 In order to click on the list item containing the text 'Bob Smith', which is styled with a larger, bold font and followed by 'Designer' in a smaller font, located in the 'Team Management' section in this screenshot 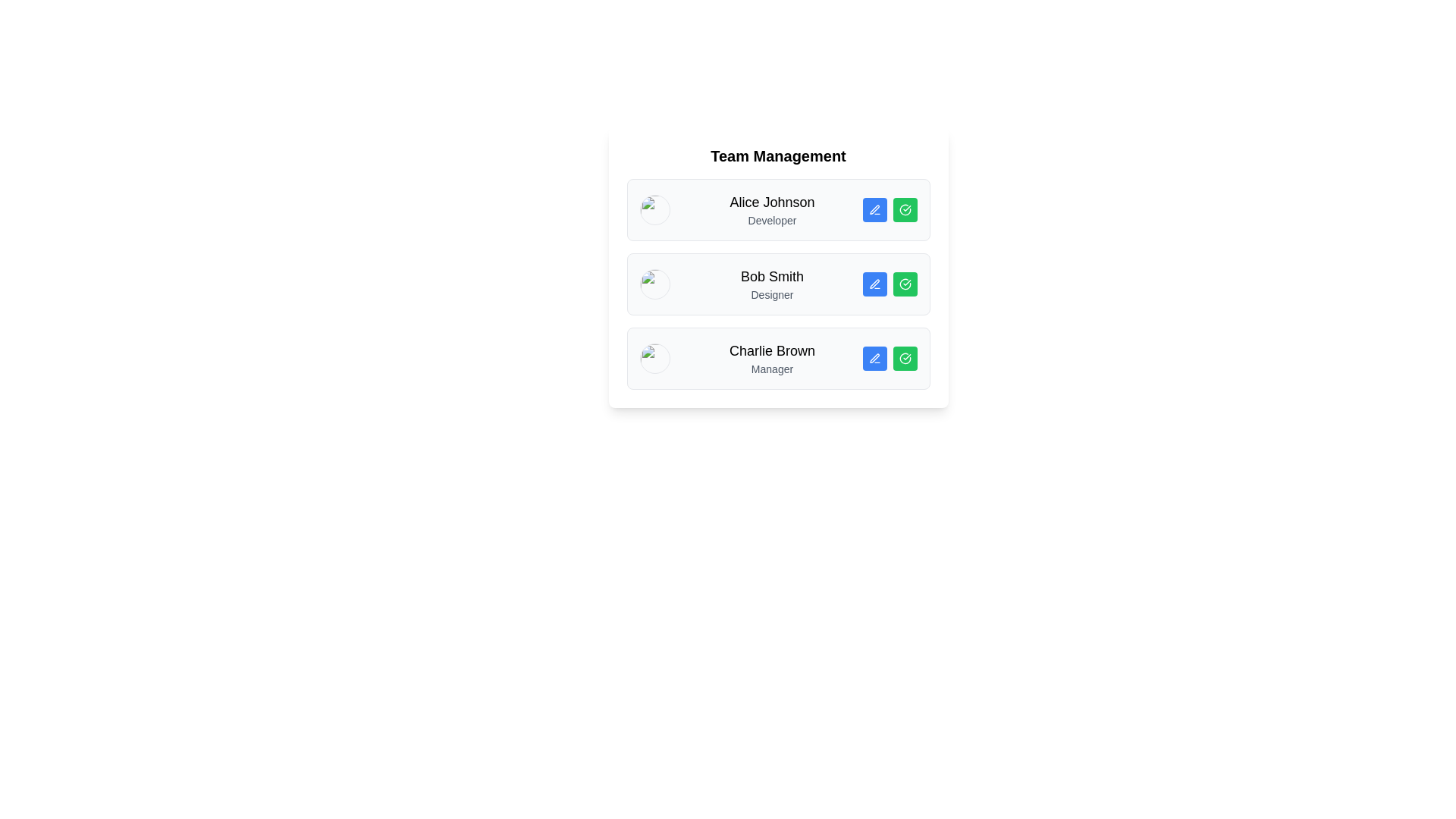, I will do `click(778, 284)`.